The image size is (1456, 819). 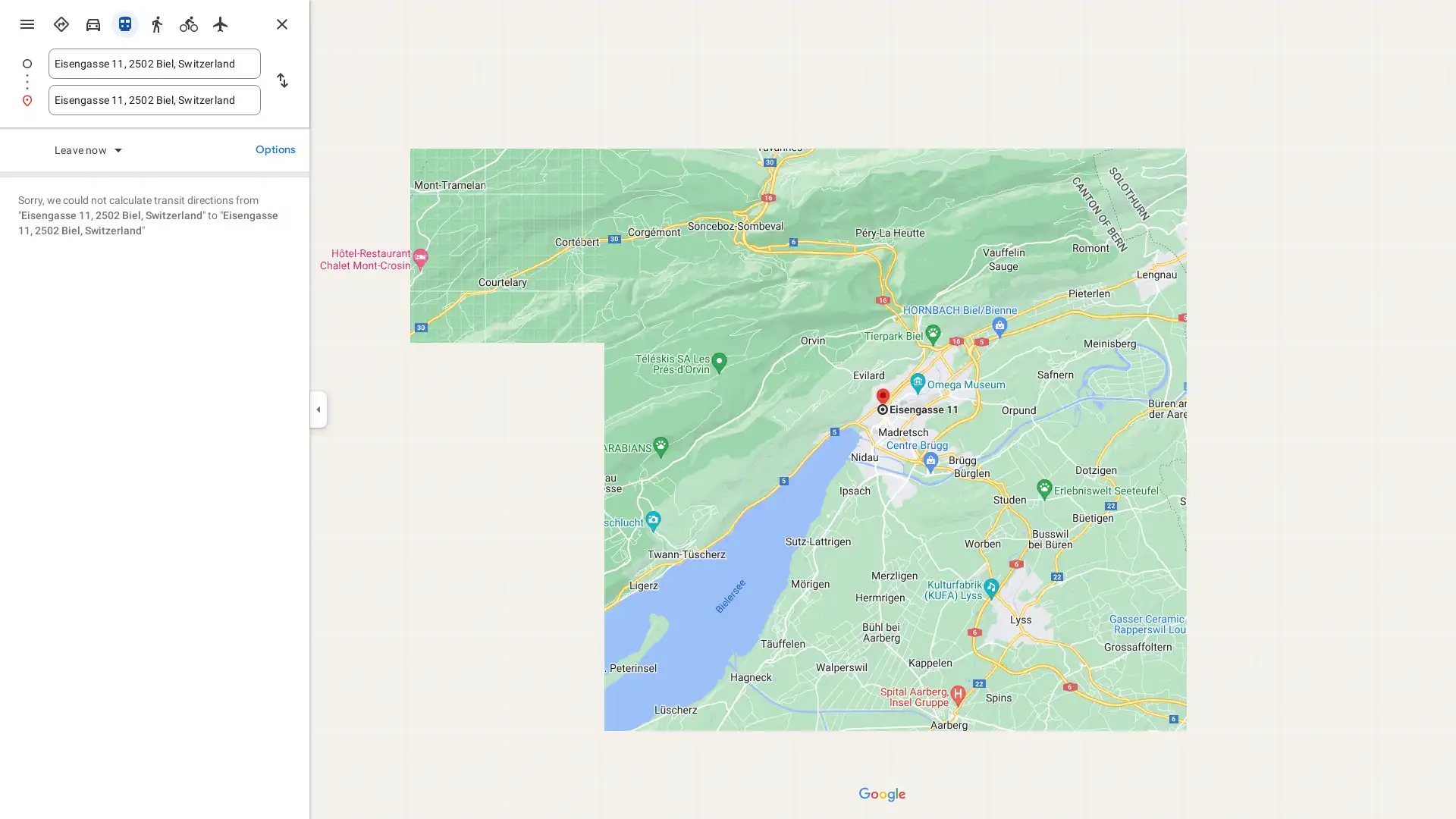 I want to click on Search, so click(x=322, y=99).